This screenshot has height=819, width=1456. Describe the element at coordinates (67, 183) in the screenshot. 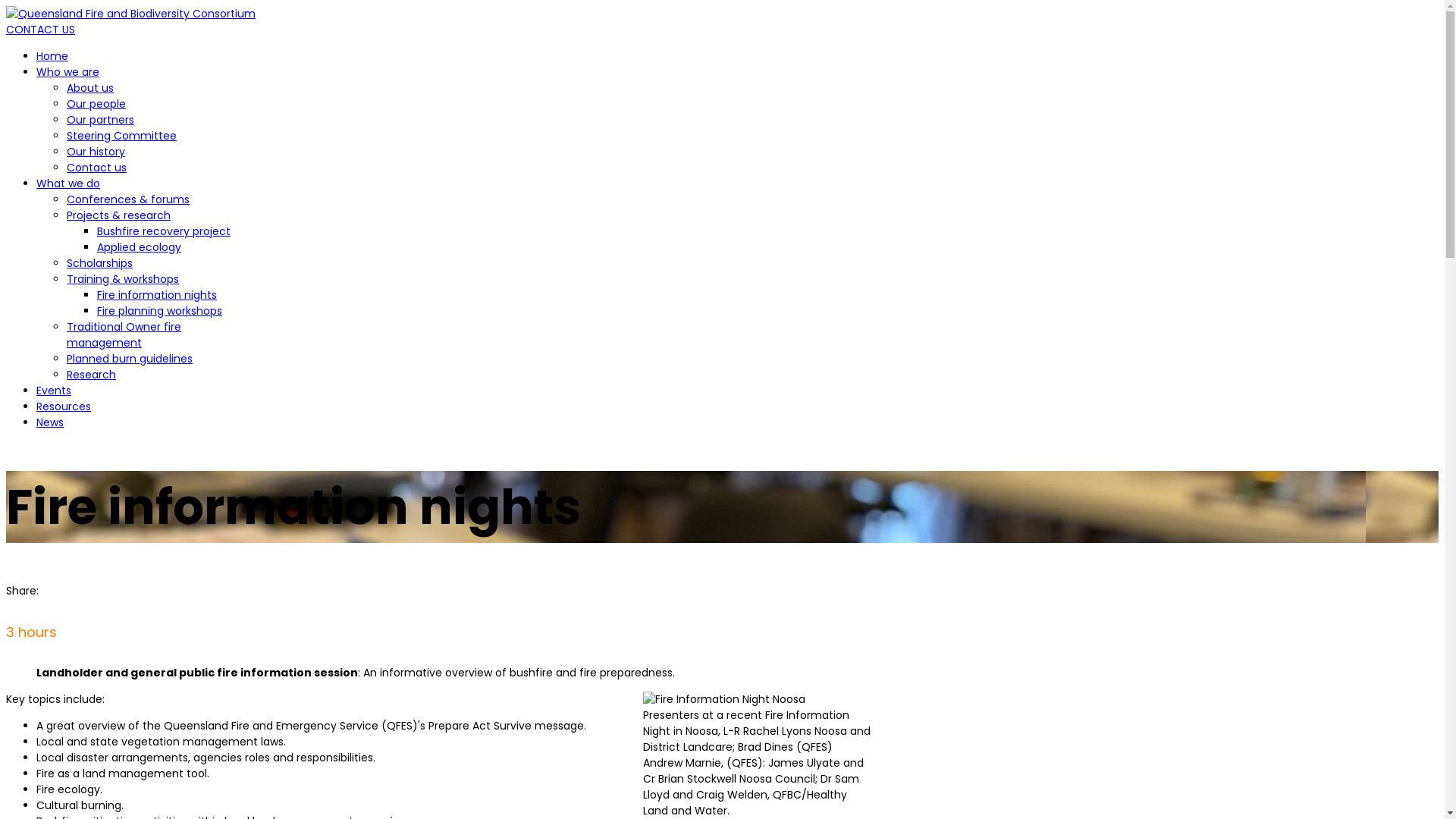

I see `'What we do'` at that location.